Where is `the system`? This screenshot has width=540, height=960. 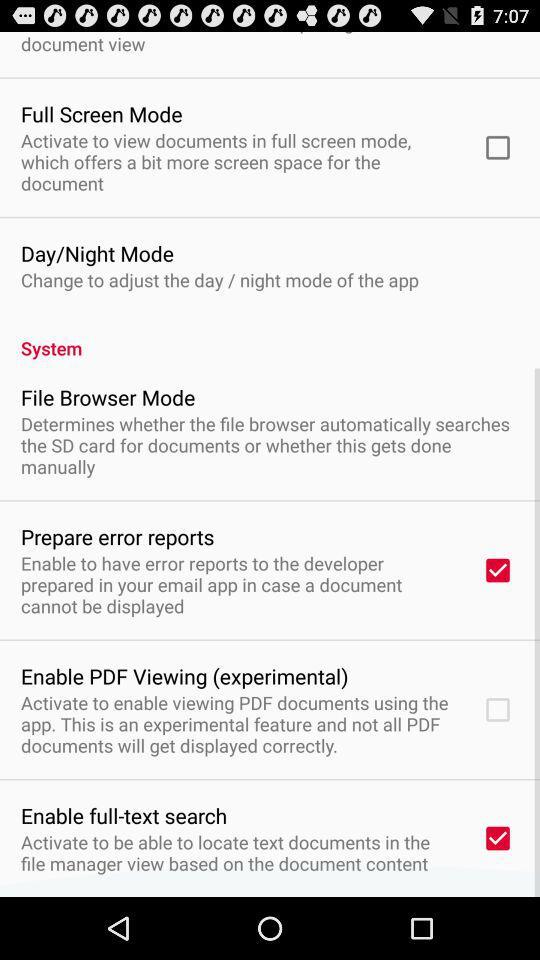
the system is located at coordinates (270, 337).